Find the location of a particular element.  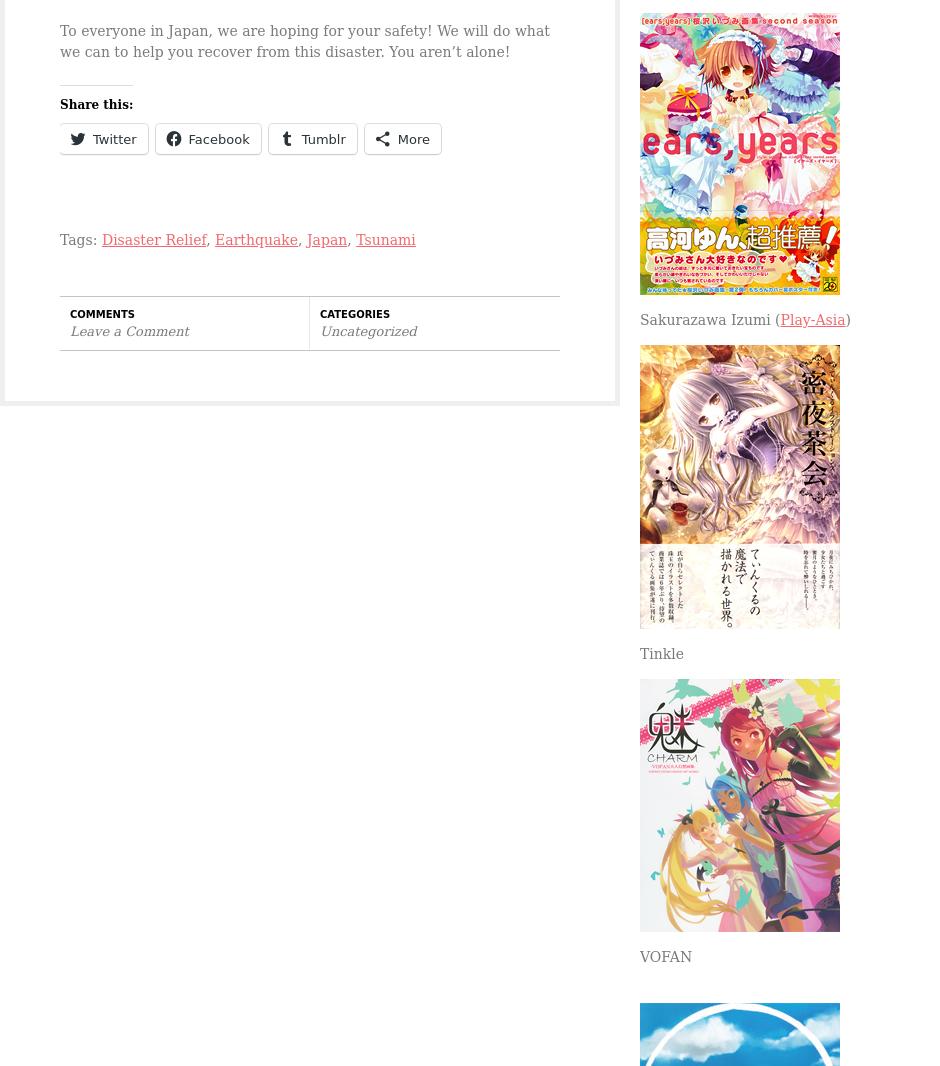

'To everyone in Japan, we are hoping for your safety! We will do what we can to help you recover from this disaster. You aren’t alone!' is located at coordinates (303, 40).